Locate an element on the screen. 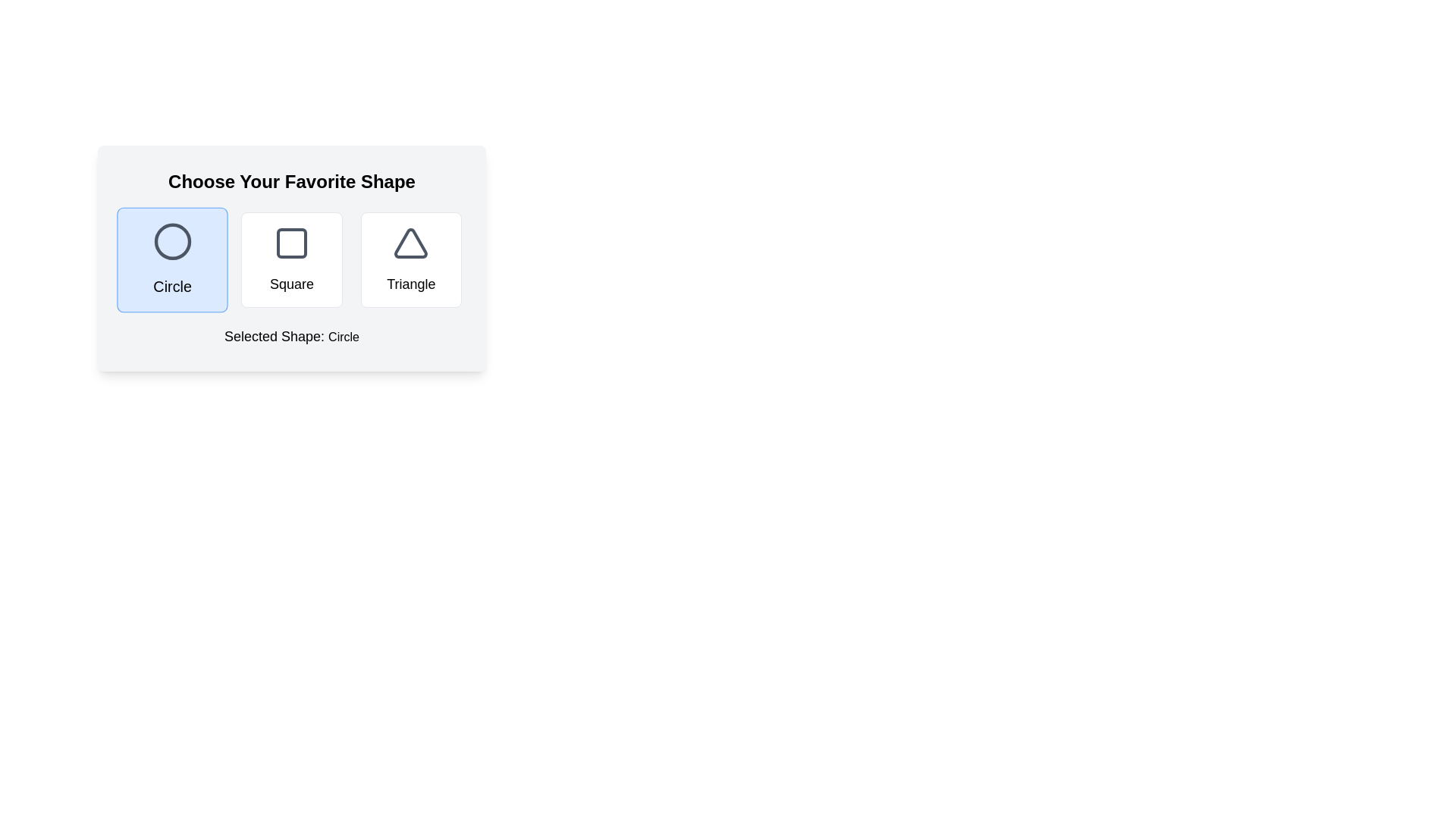 This screenshot has width=1456, height=819. one of the shape options (Circle, Square, Triangle) in the 'Choose Your Favorite Shape' component is located at coordinates (291, 257).